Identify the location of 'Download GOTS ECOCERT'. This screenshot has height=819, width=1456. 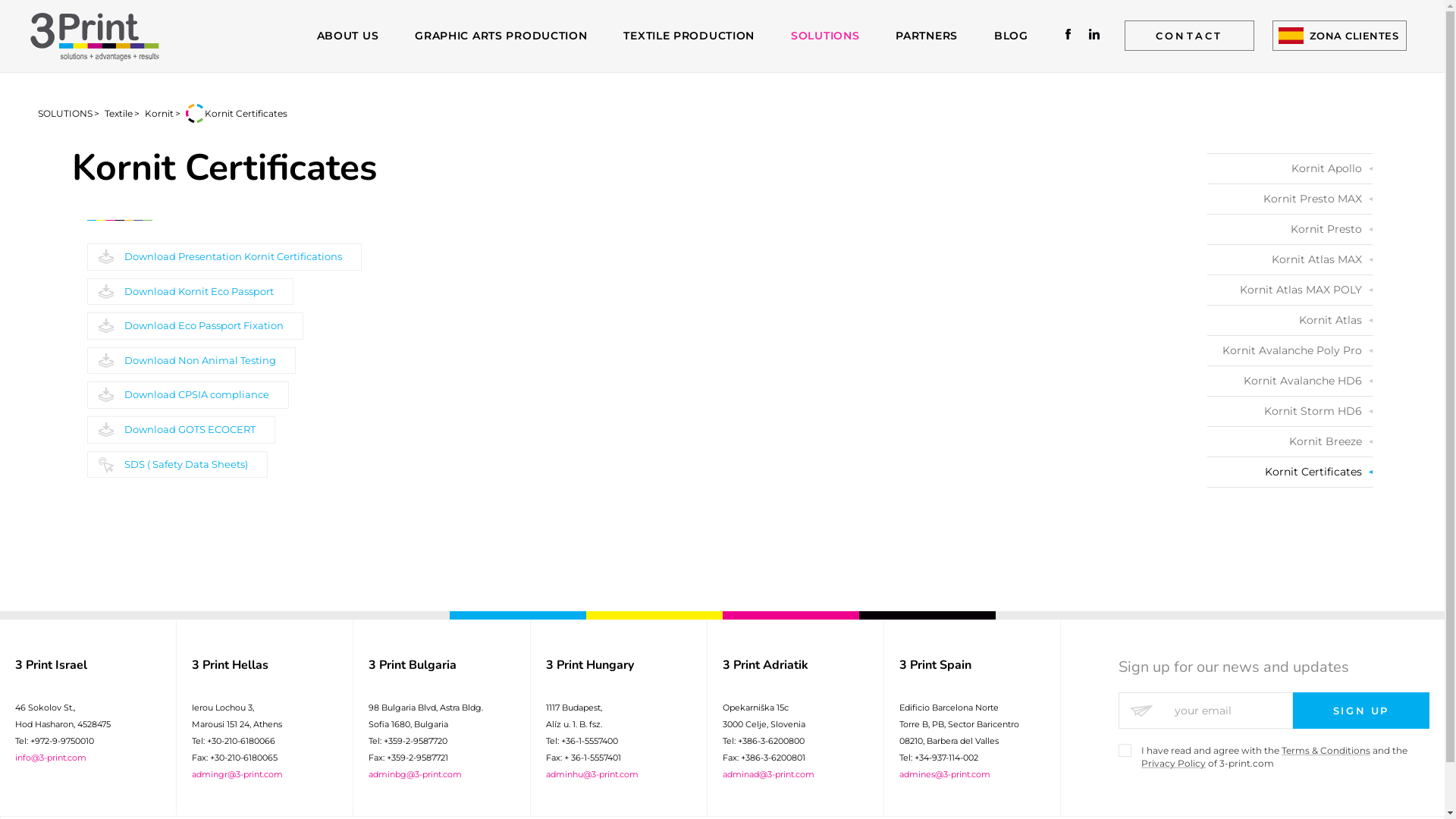
(181, 430).